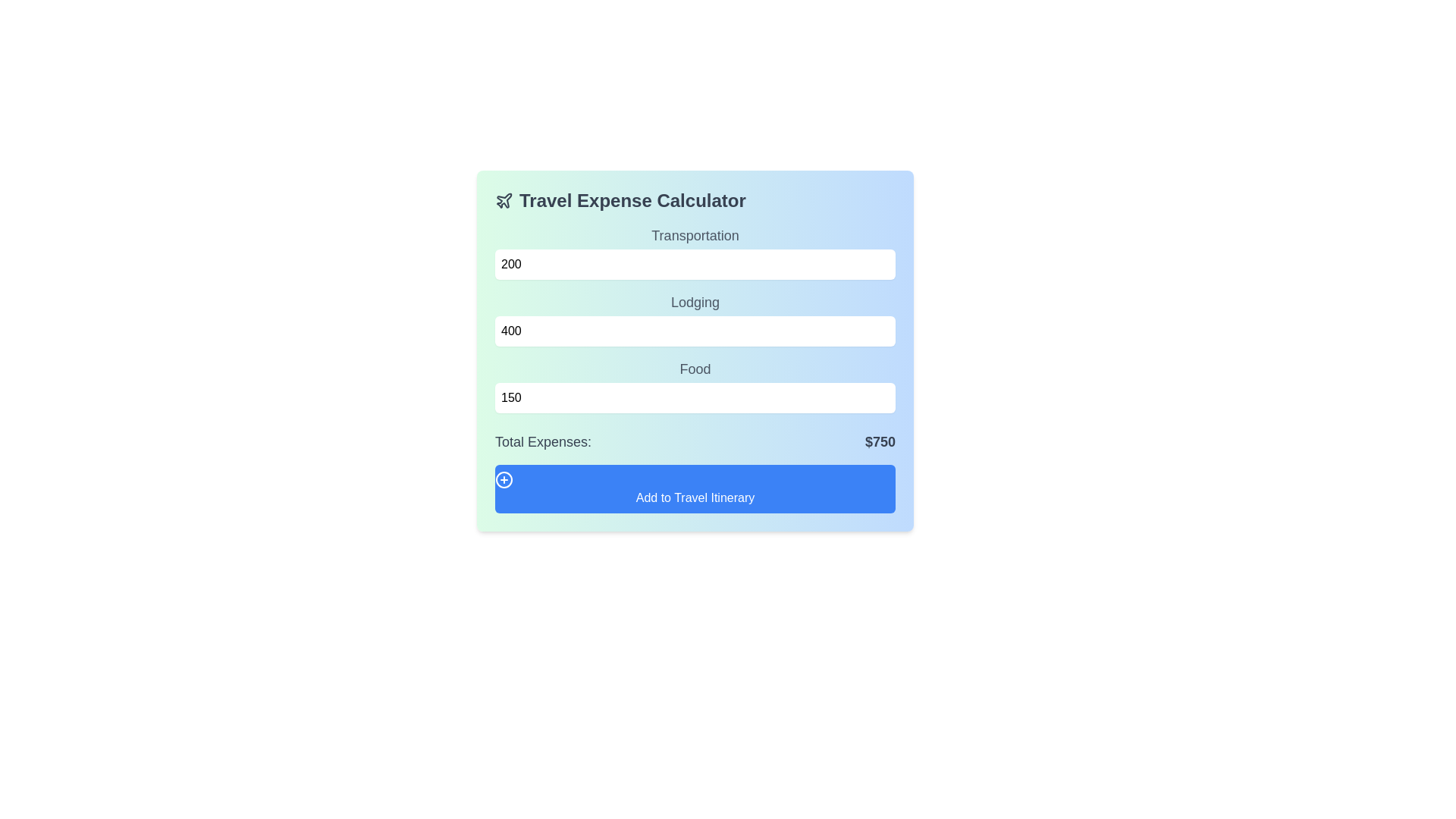 The image size is (1456, 819). Describe the element at coordinates (543, 441) in the screenshot. I see `the textual label 'Total Expenses:' which is a dark gray label aligned to the left within a light interface` at that location.